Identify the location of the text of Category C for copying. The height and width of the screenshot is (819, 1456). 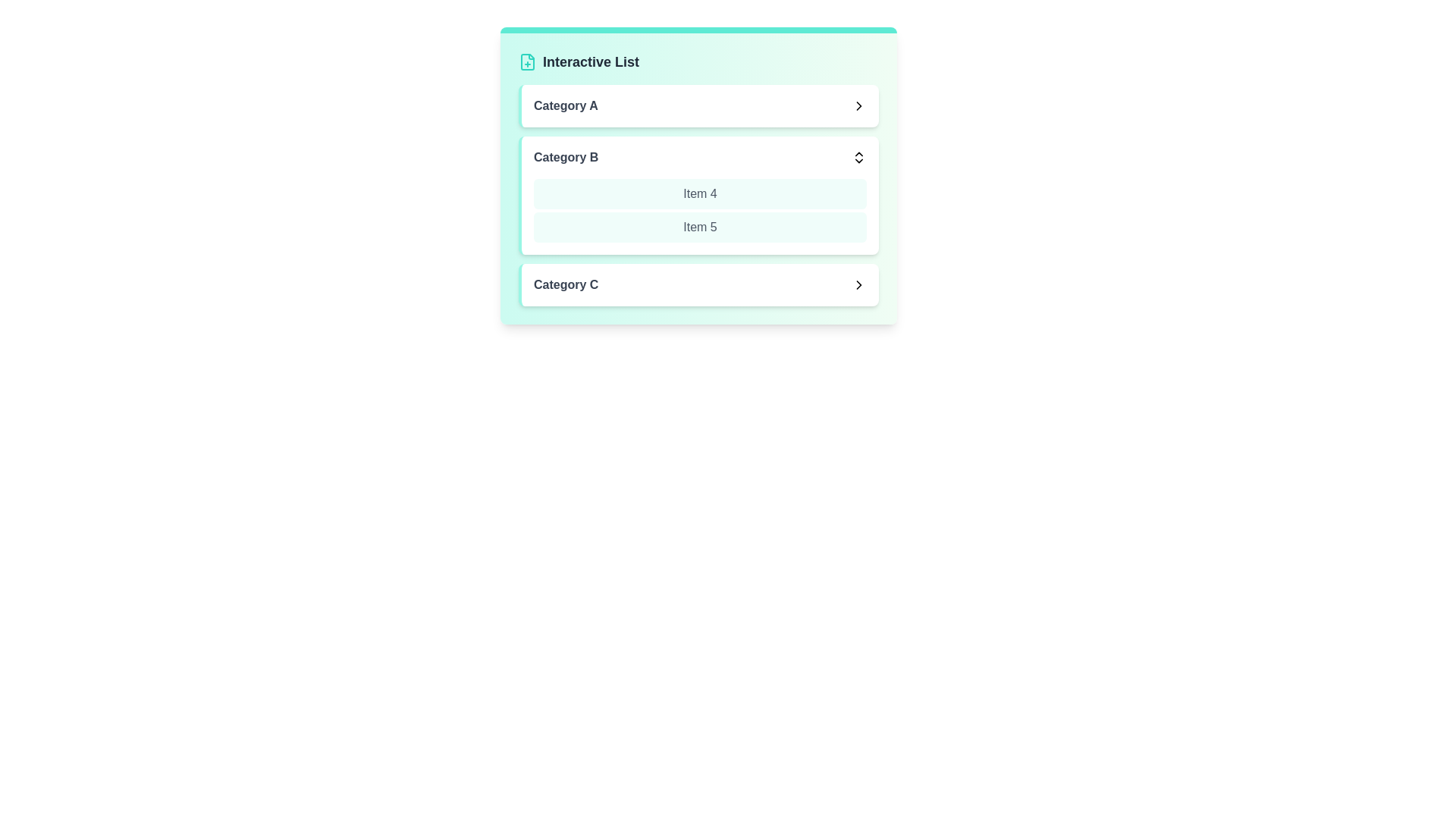
(565, 284).